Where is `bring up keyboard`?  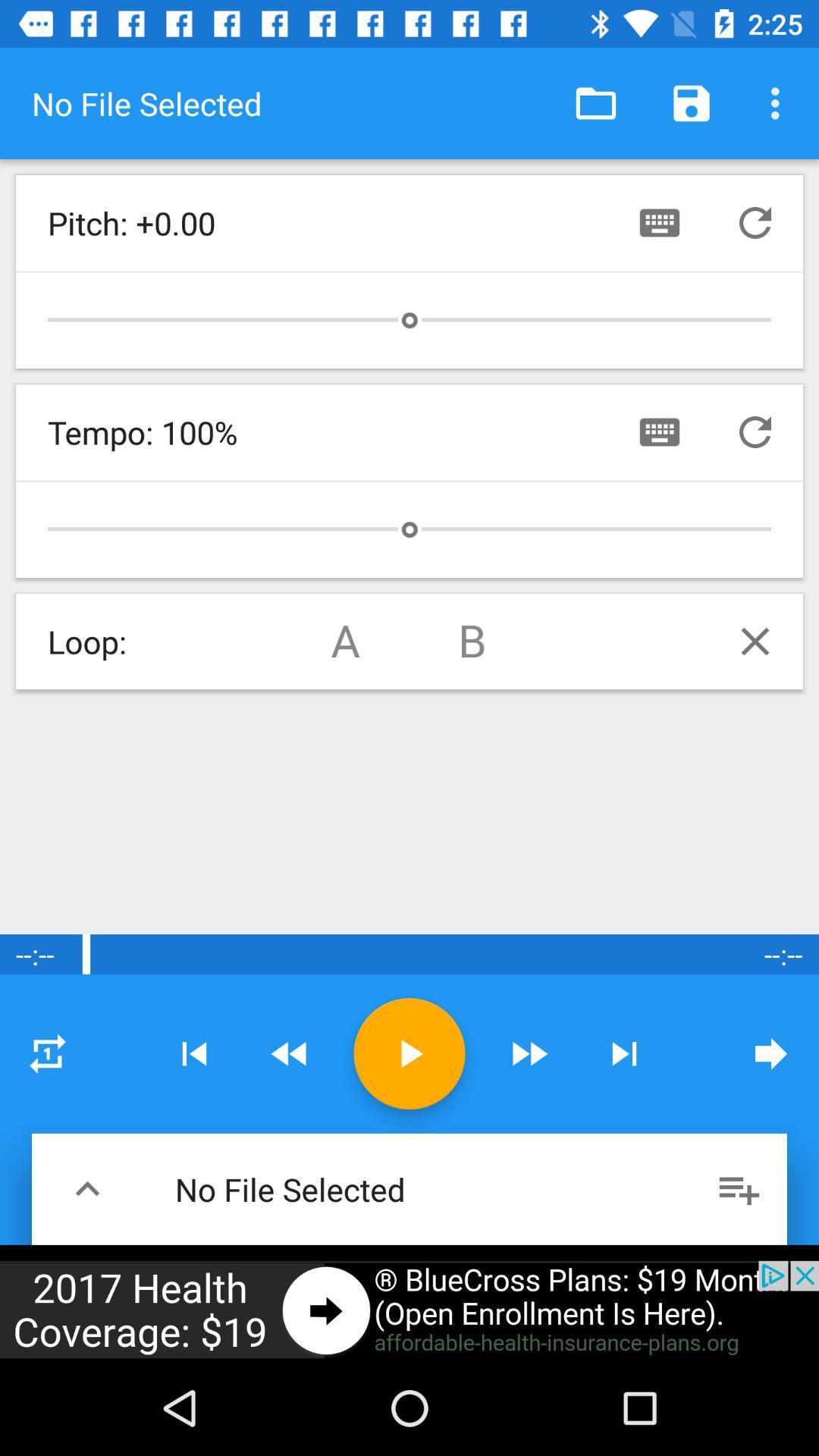
bring up keyboard is located at coordinates (659, 431).